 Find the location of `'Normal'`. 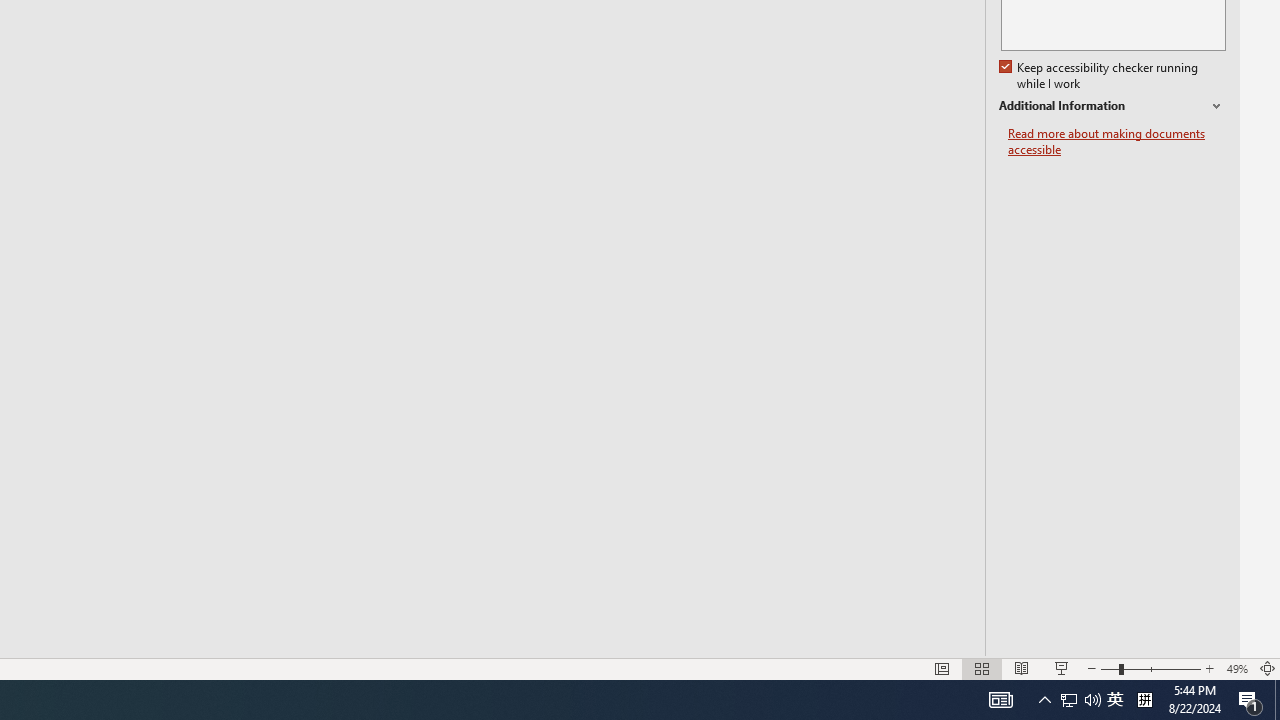

'Normal' is located at coordinates (941, 669).